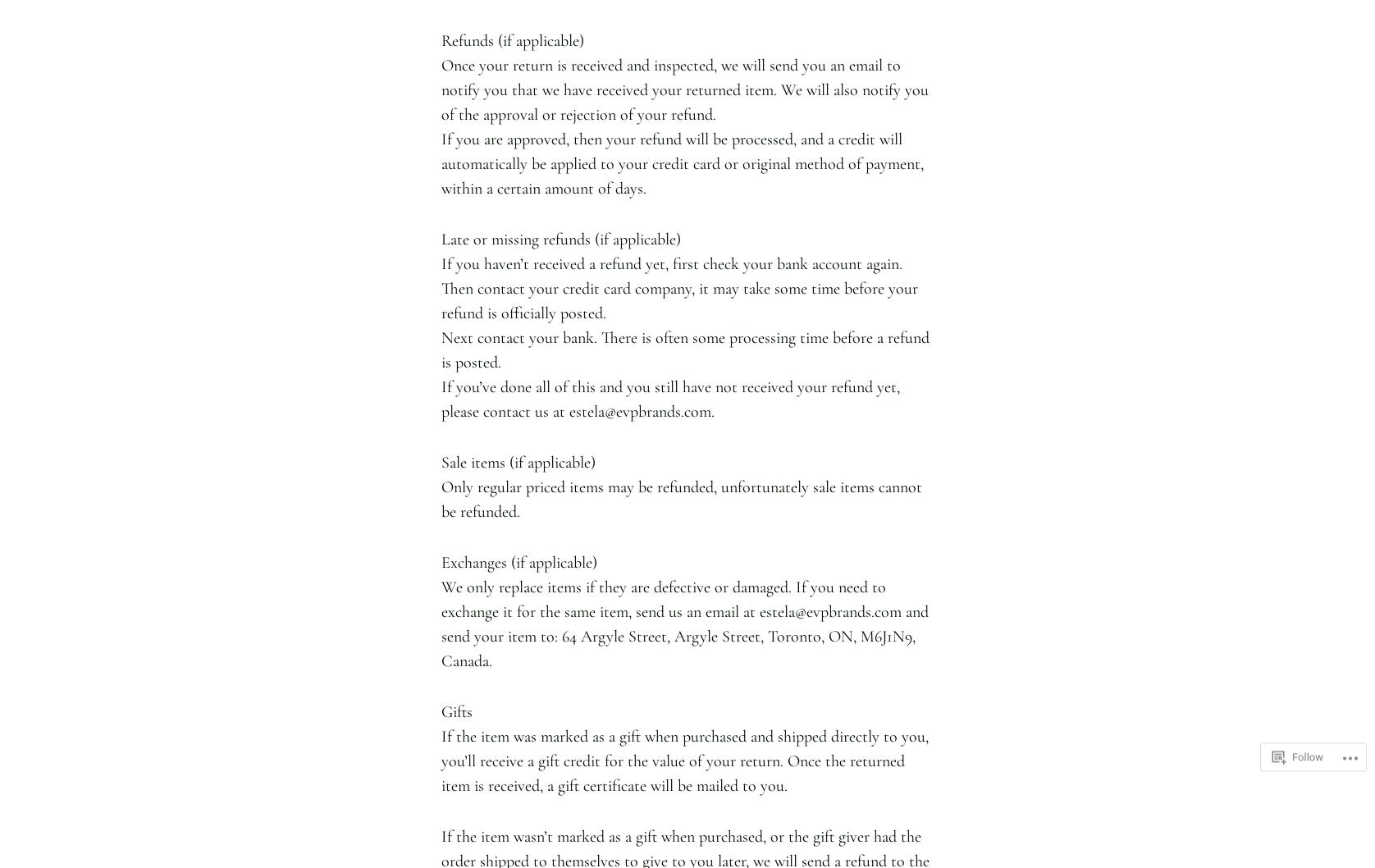  I want to click on 'Next contact your bank. There is often some processing time before a refund is posted.', so click(684, 349).